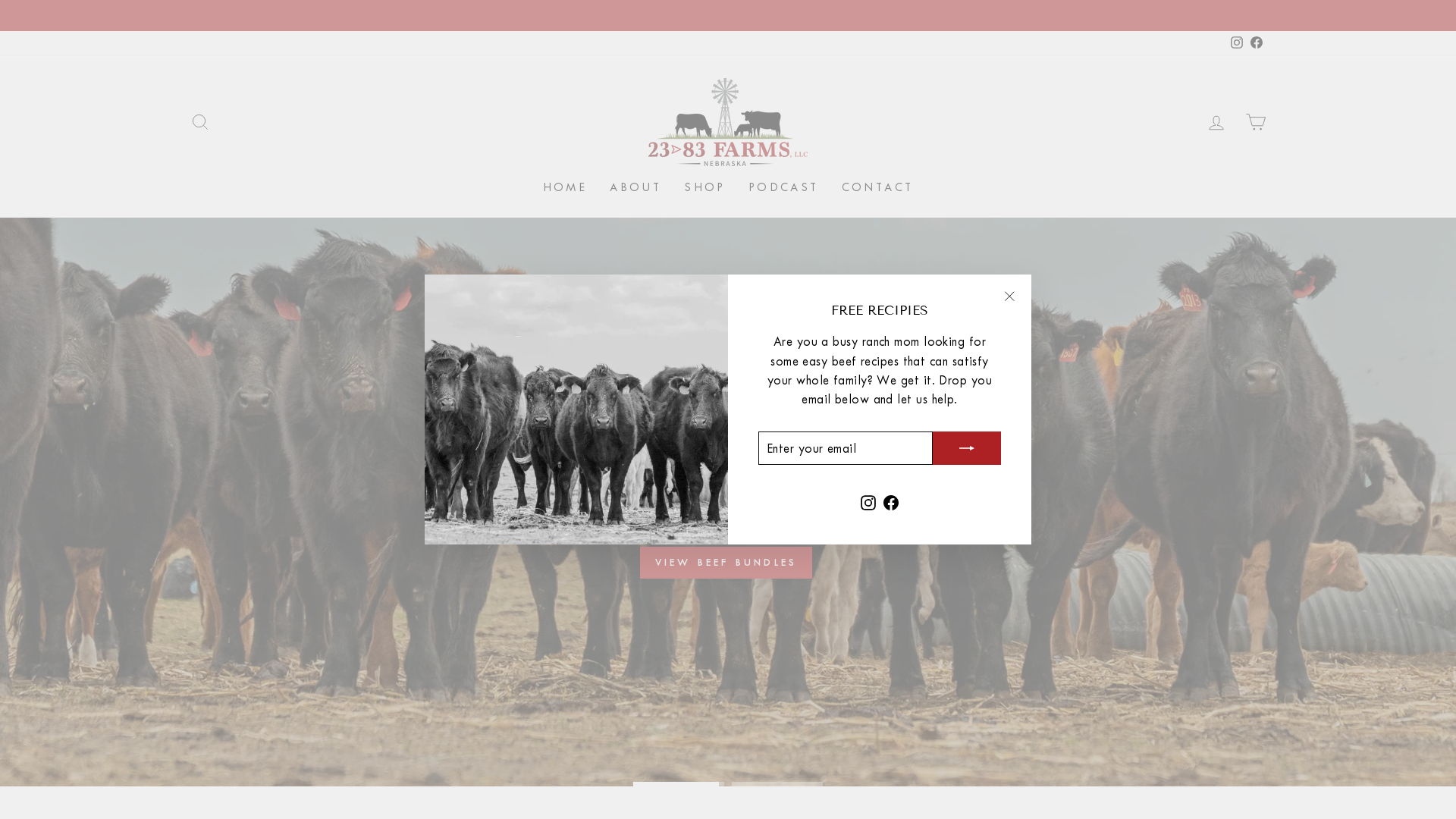 The width and height of the screenshot is (1456, 819). Describe the element at coordinates (877, 187) in the screenshot. I see `'CONTACT'` at that location.